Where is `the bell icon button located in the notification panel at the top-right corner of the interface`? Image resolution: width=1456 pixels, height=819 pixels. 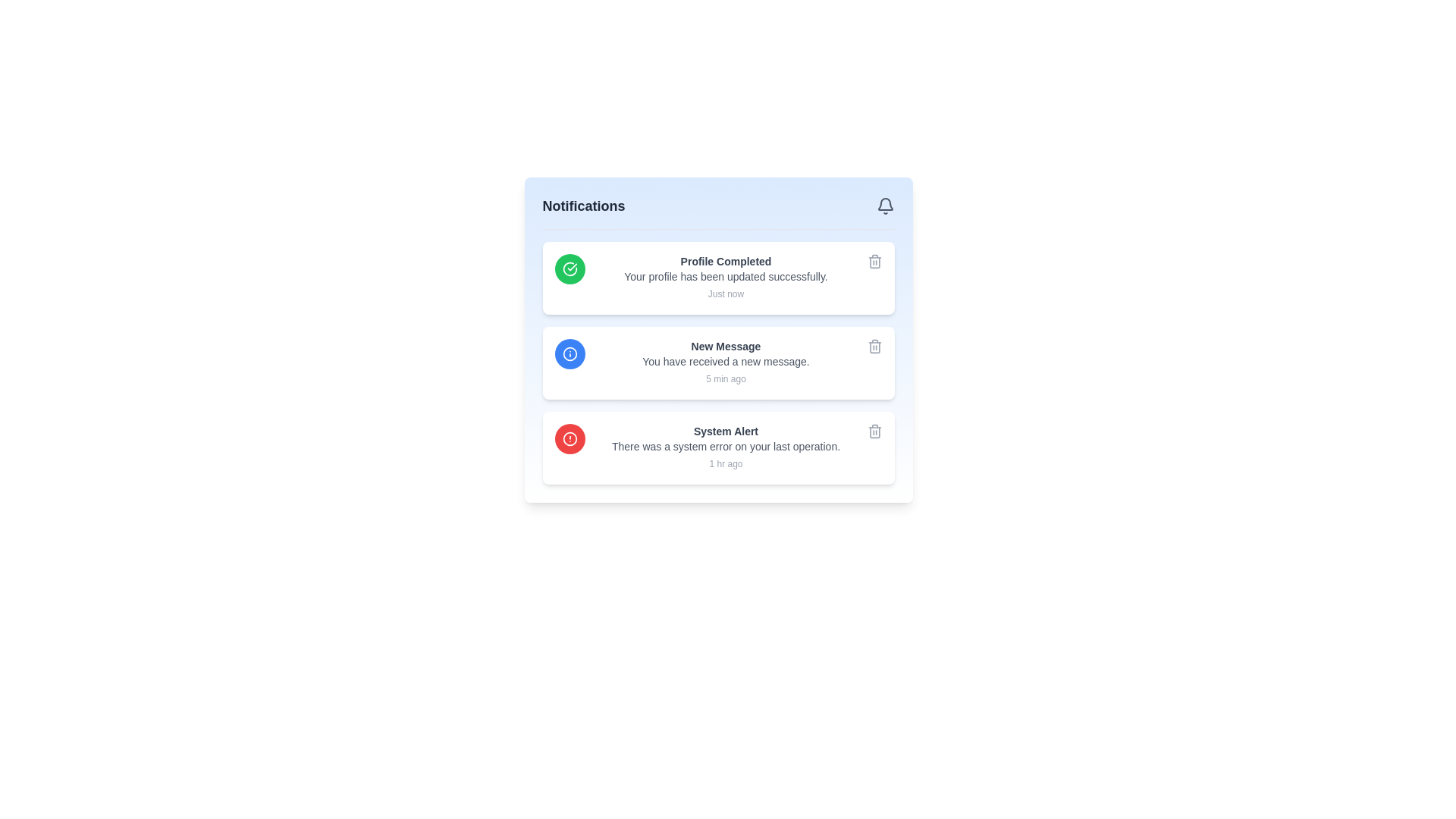 the bell icon button located in the notification panel at the top-right corner of the interface is located at coordinates (885, 203).